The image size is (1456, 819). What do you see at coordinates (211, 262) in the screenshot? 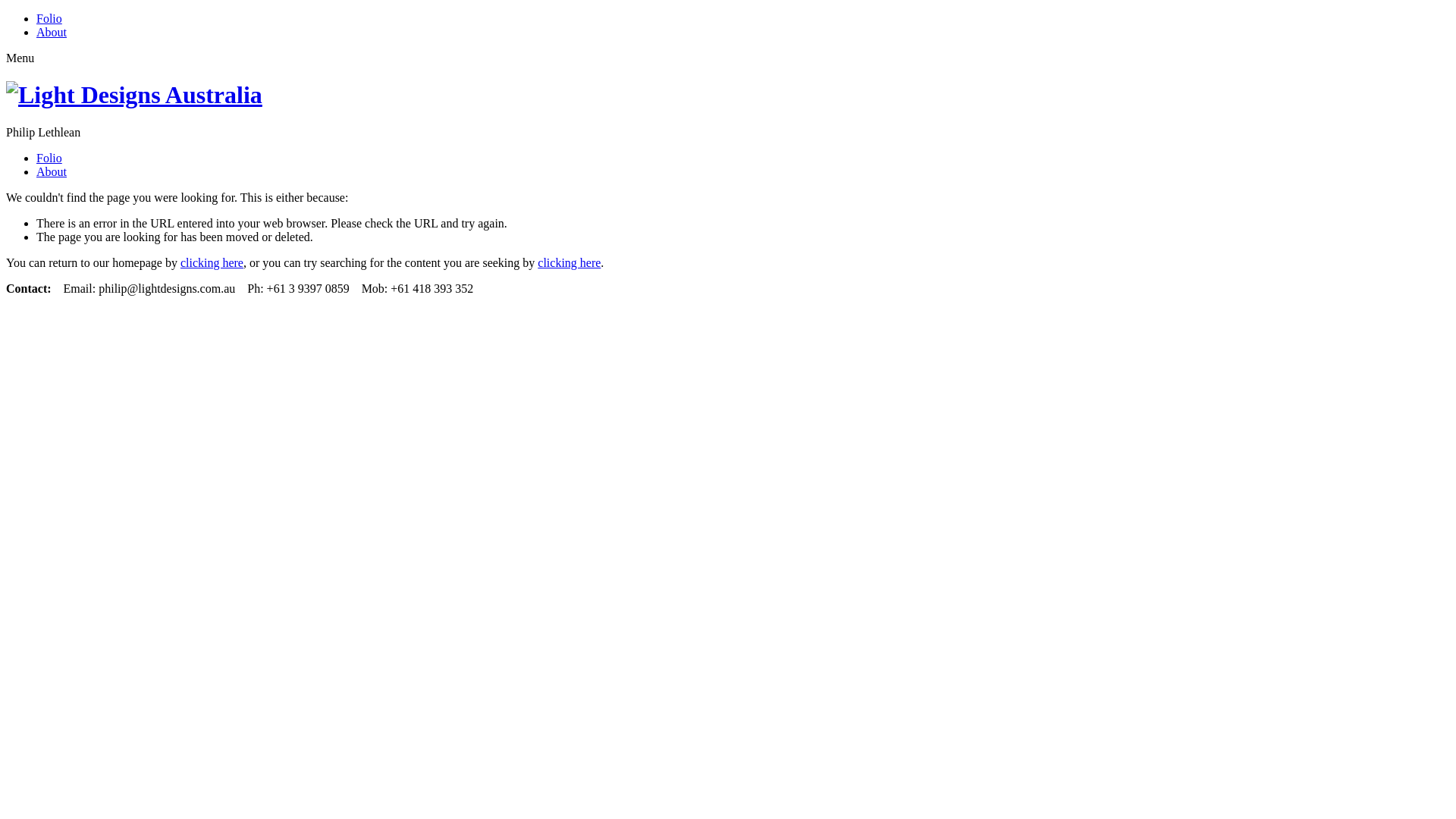
I see `'clicking here'` at bounding box center [211, 262].